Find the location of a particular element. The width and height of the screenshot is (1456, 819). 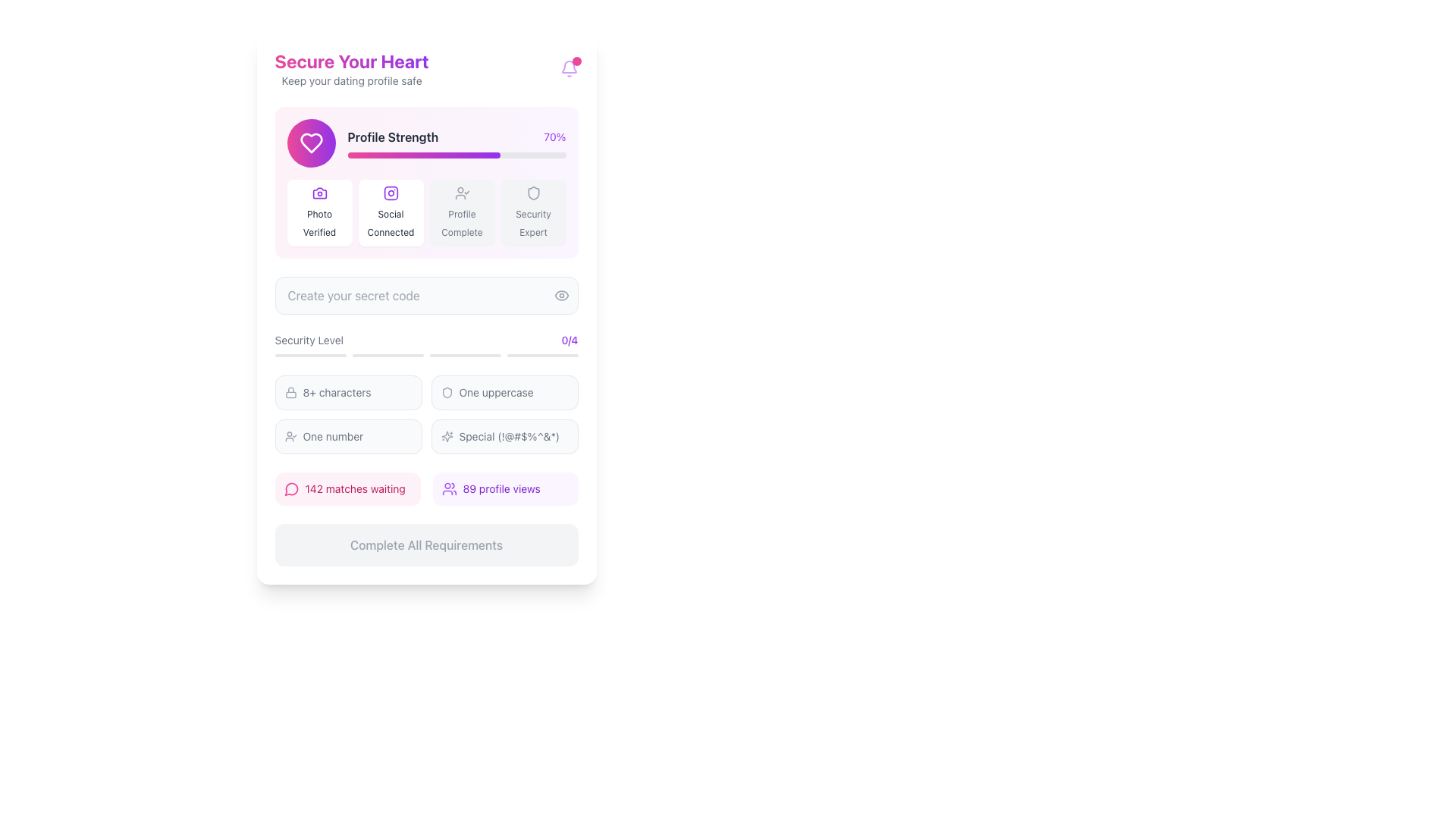

text of the Label with icon that indicates the requirement for at least one uppercase character in the password or code, positioned in the 'Security Level' section below the '8+ characters' requirement is located at coordinates (504, 391).